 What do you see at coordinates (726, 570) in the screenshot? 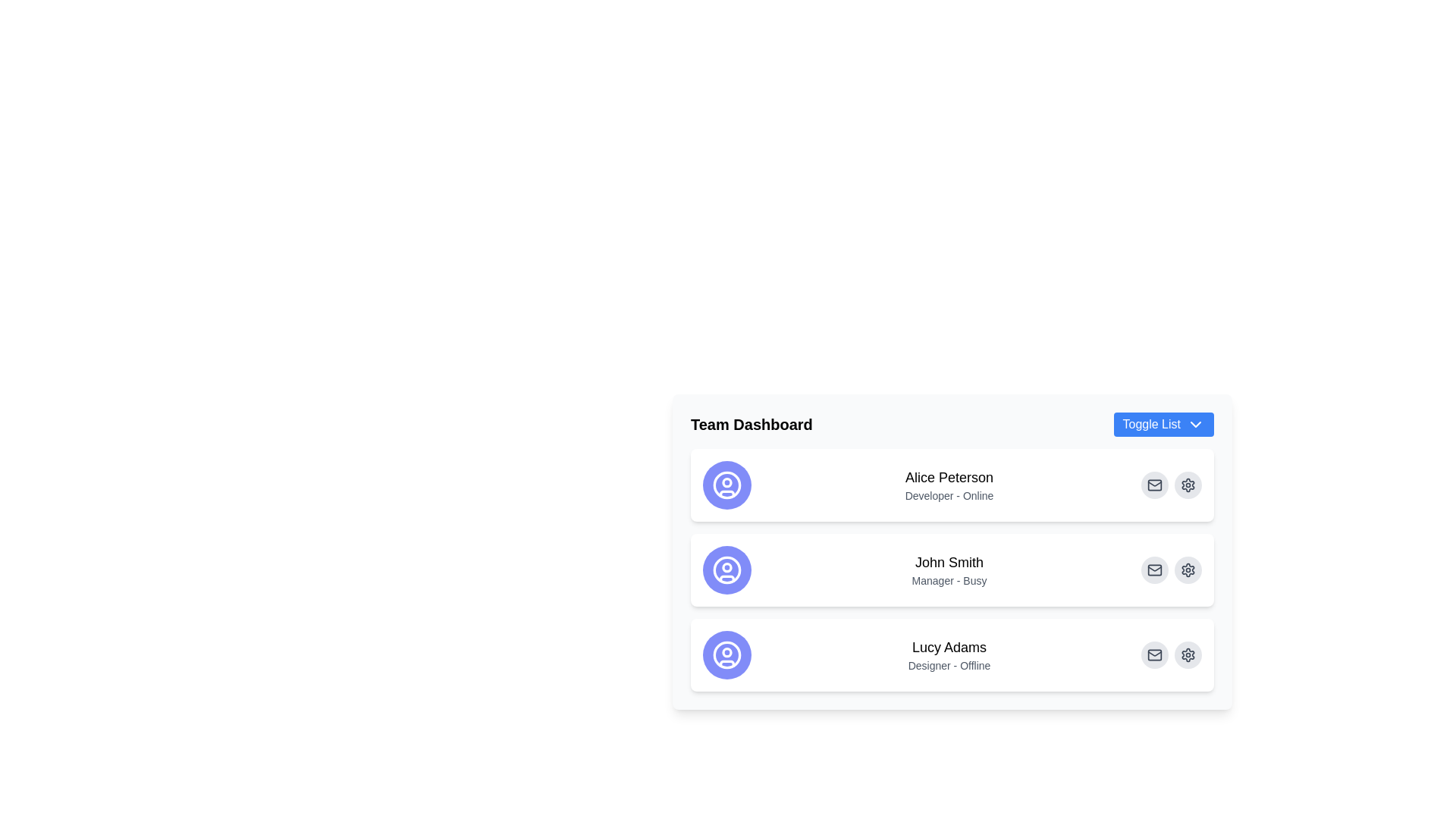
I see `the circular icon button with an indigo background and white user icon located in the 'Team Dashboard' card for 'John Smith' (Manager - Busy)` at bounding box center [726, 570].